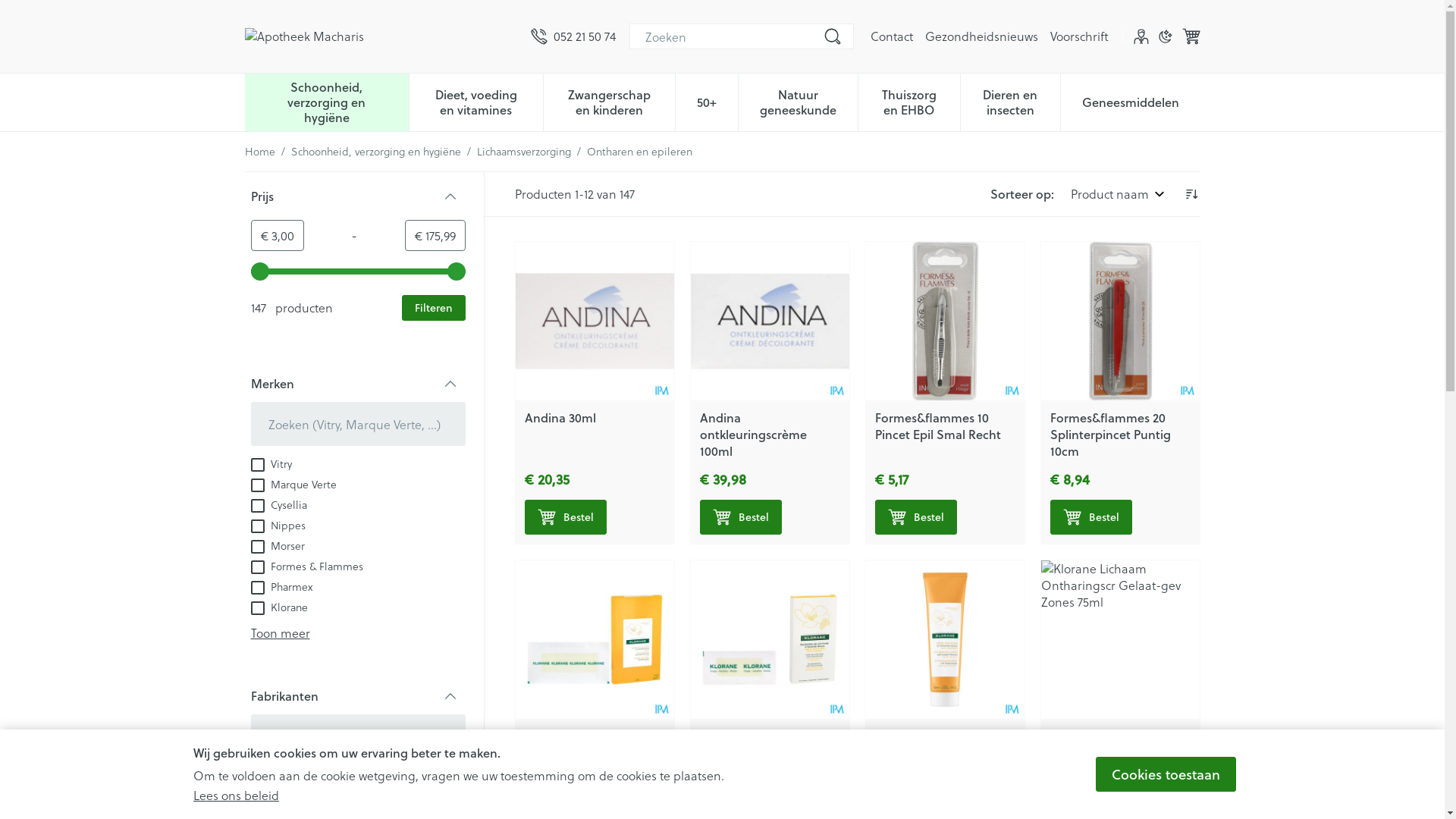 The width and height of the screenshot is (1456, 819). I want to click on 'on', so click(257, 464).